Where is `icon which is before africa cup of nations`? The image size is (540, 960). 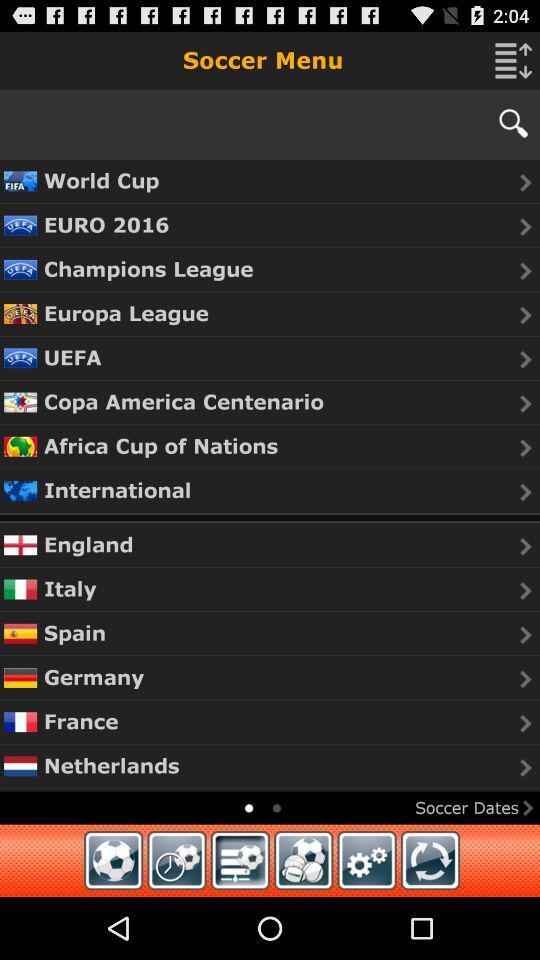 icon which is before africa cup of nations is located at coordinates (19, 446).